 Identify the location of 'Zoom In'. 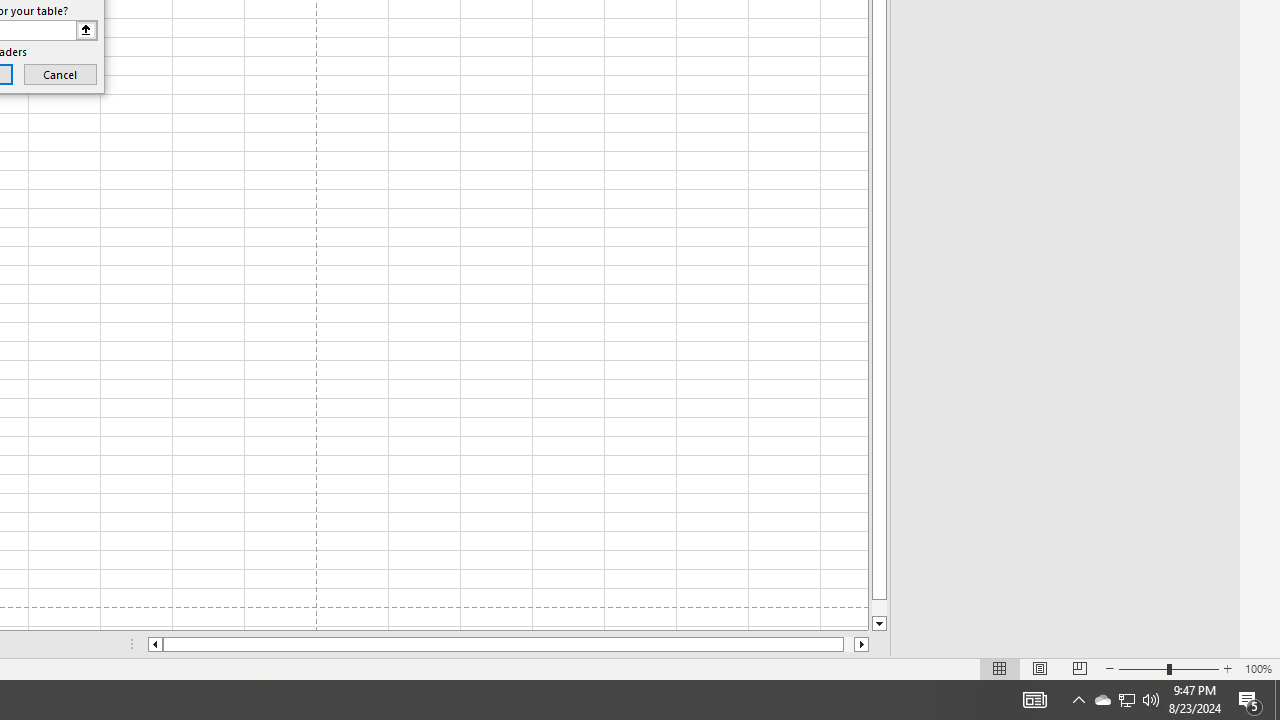
(1226, 669).